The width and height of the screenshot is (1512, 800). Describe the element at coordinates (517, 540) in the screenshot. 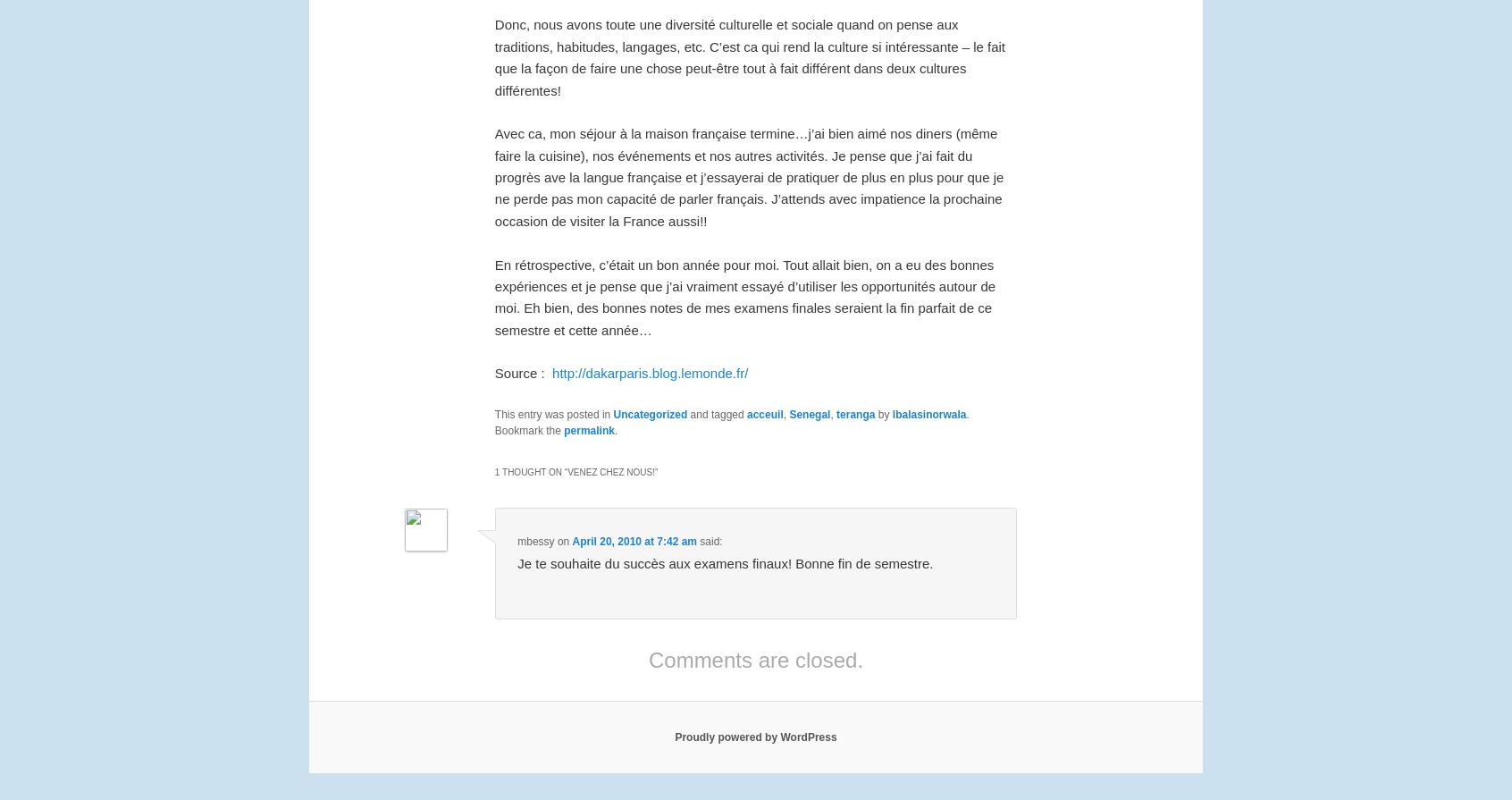

I see `'mbessy'` at that location.